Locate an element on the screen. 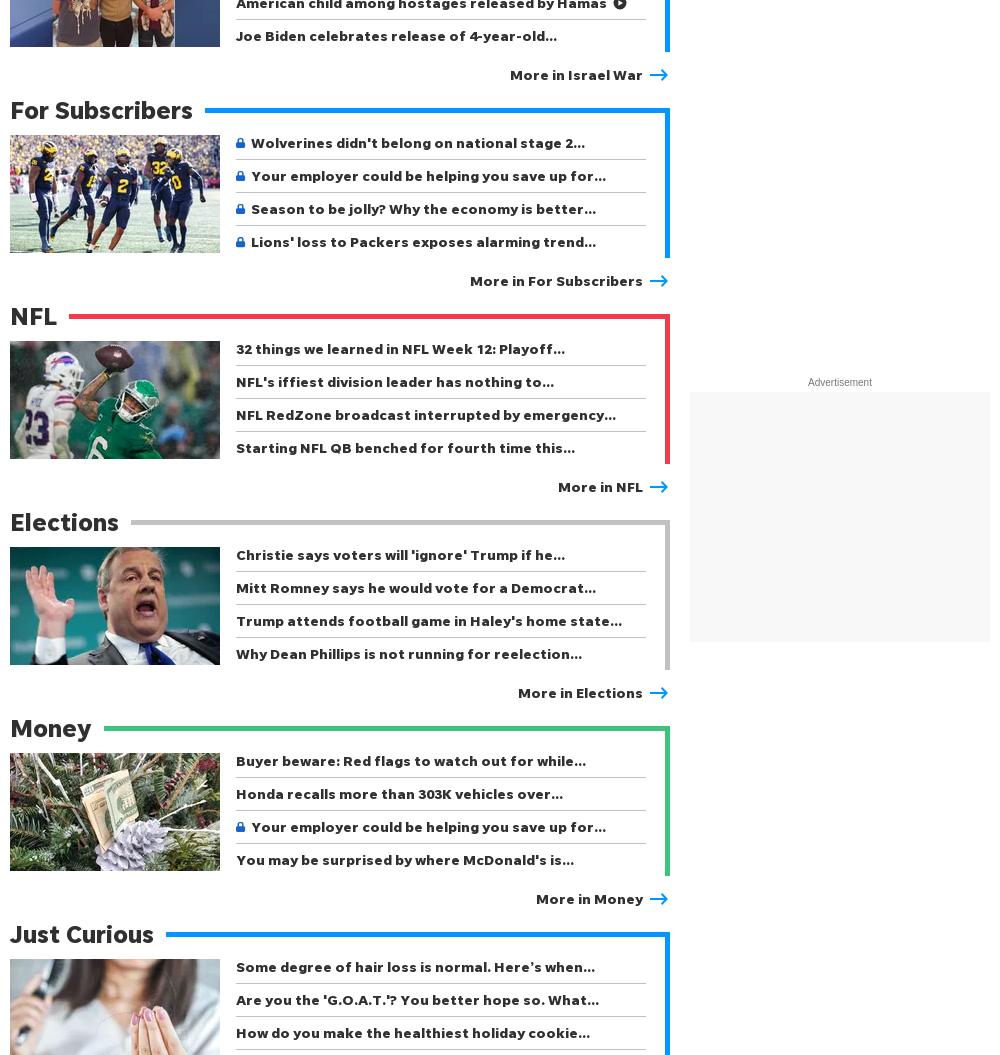 The height and width of the screenshot is (1055, 1000). 'Why Dean Phillips is not running for reelection…' is located at coordinates (409, 652).